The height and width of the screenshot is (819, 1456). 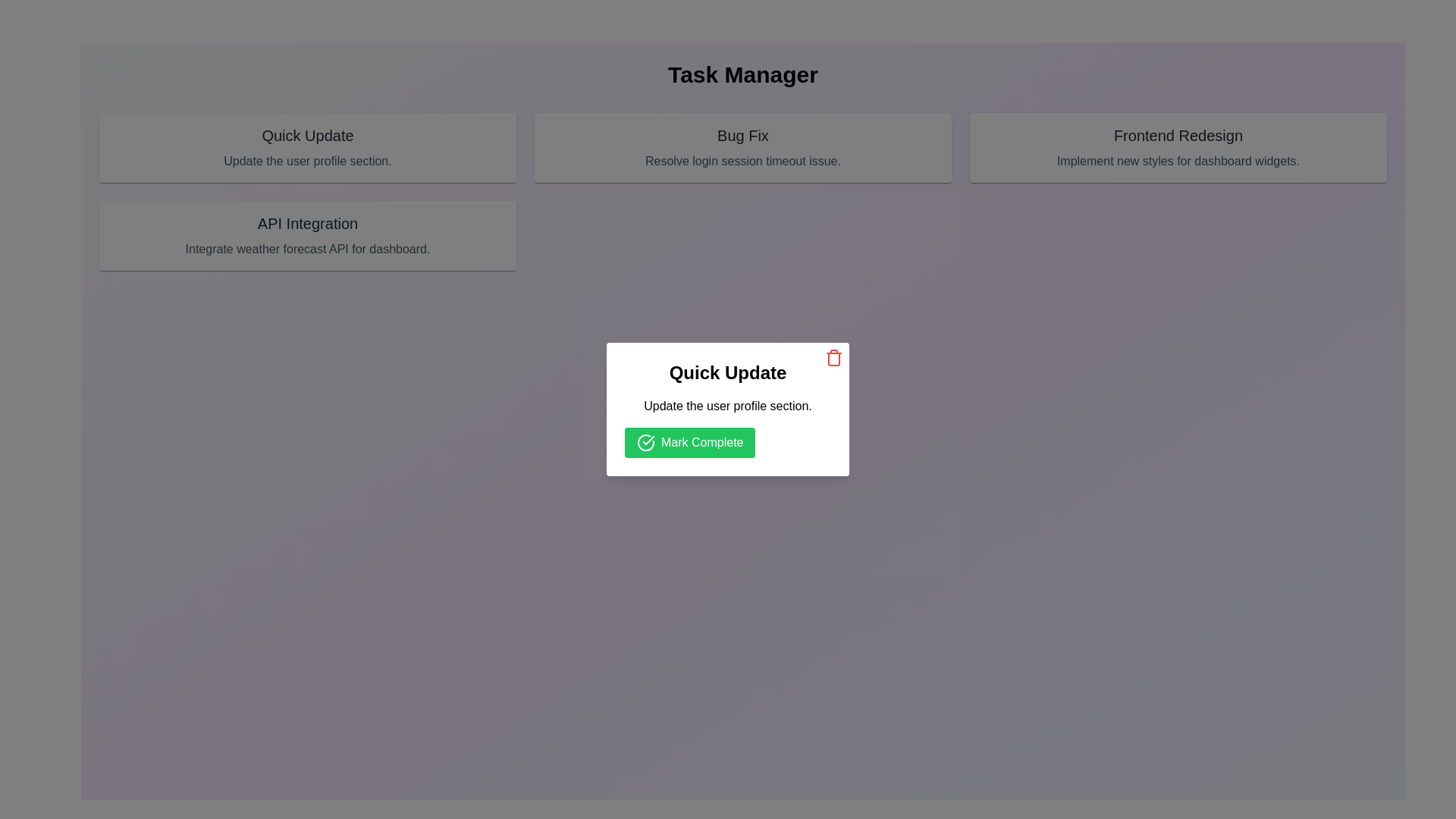 What do you see at coordinates (298, 138) in the screenshot?
I see `the 'Quick Update' clickable card located in the first row and first column of the grid layout` at bounding box center [298, 138].